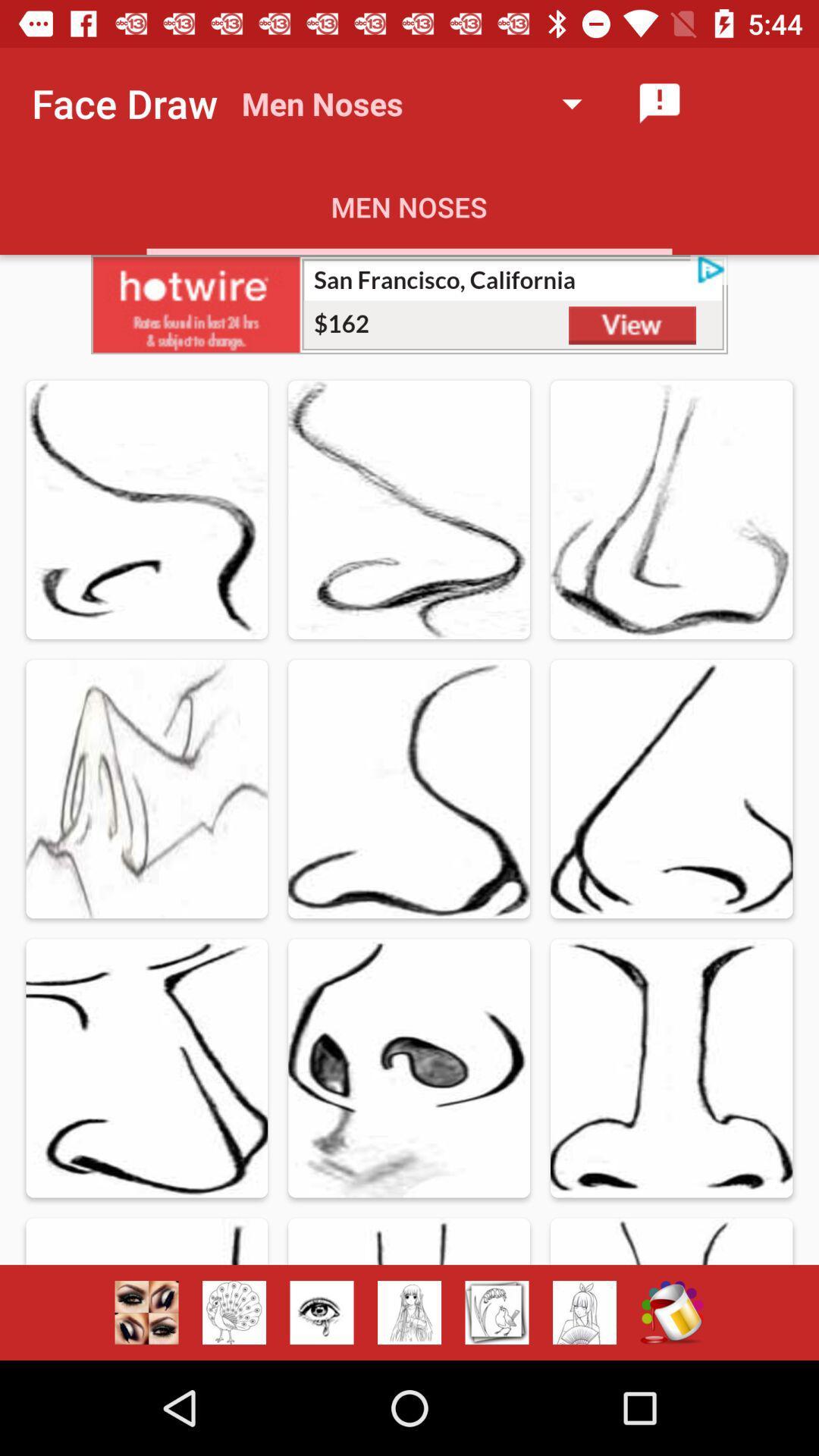  Describe the element at coordinates (409, 303) in the screenshot. I see `the picture` at that location.